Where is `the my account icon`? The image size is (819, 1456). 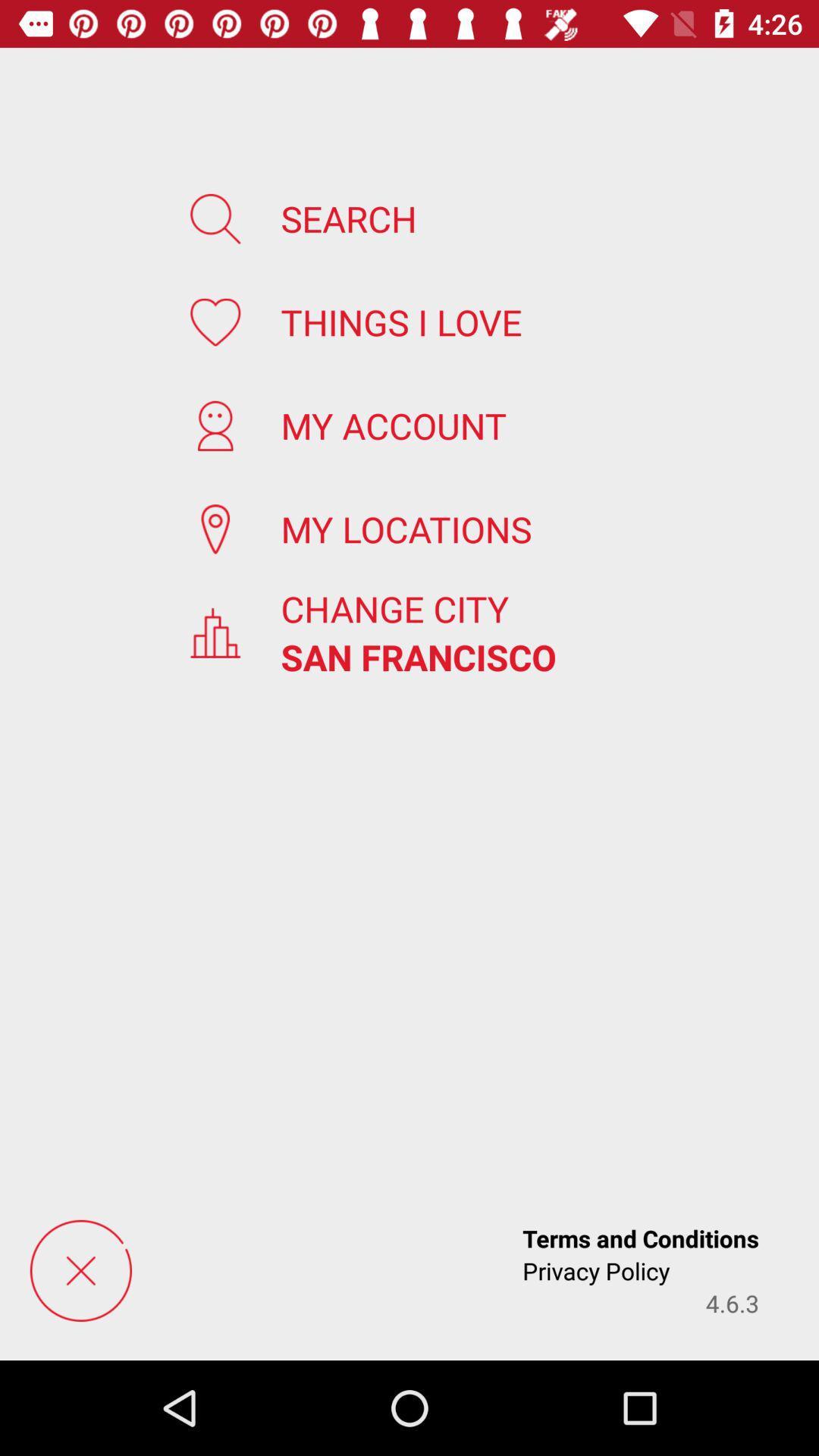
the my account icon is located at coordinates (393, 425).